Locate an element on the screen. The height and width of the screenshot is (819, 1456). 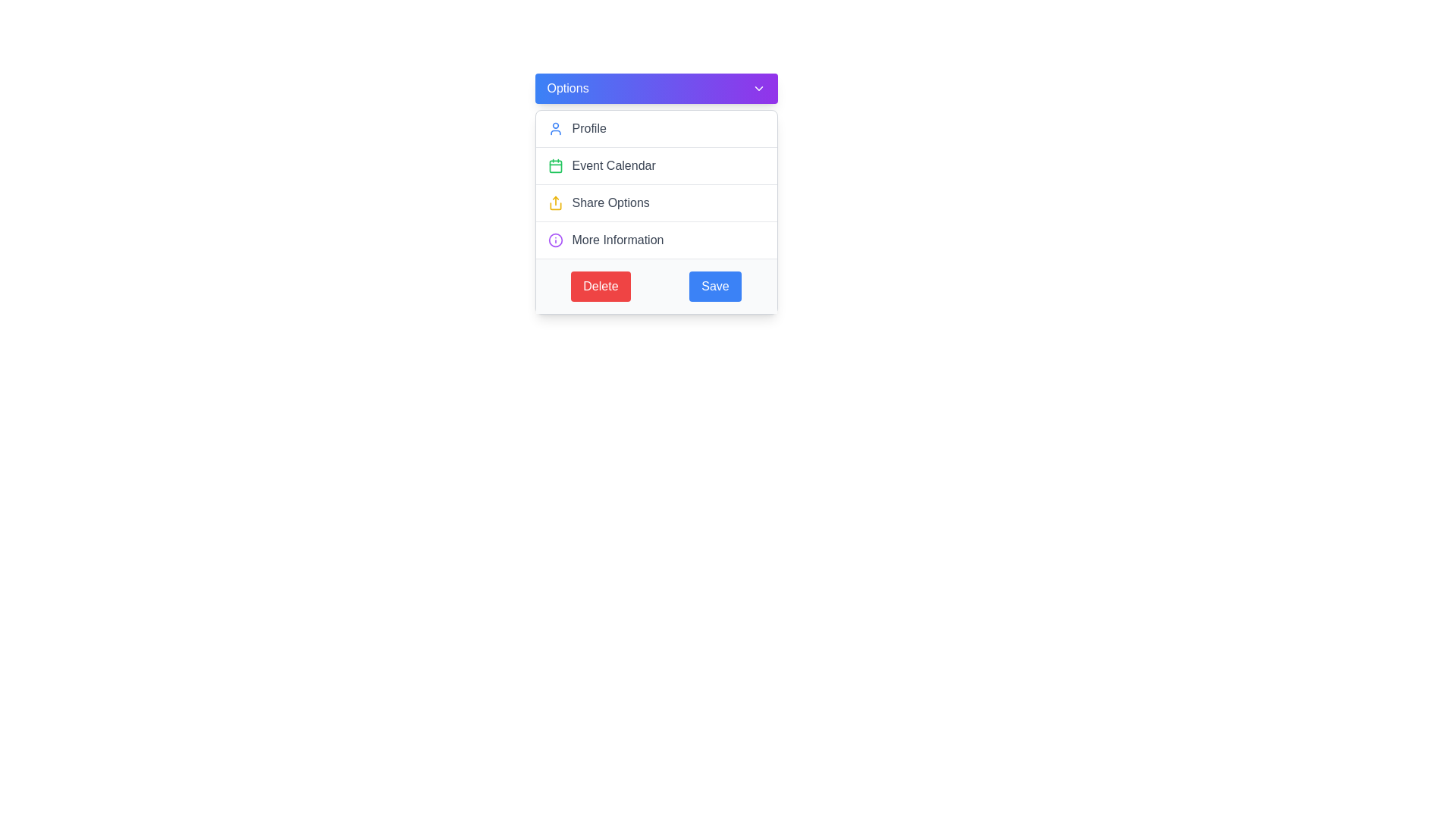
the Text Label that provides additional details or explanations, located at the bottom of the dropdown menu under the 'Options' button, between 'Share Options' and the 'Delete' and 'Save' buttons is located at coordinates (618, 239).